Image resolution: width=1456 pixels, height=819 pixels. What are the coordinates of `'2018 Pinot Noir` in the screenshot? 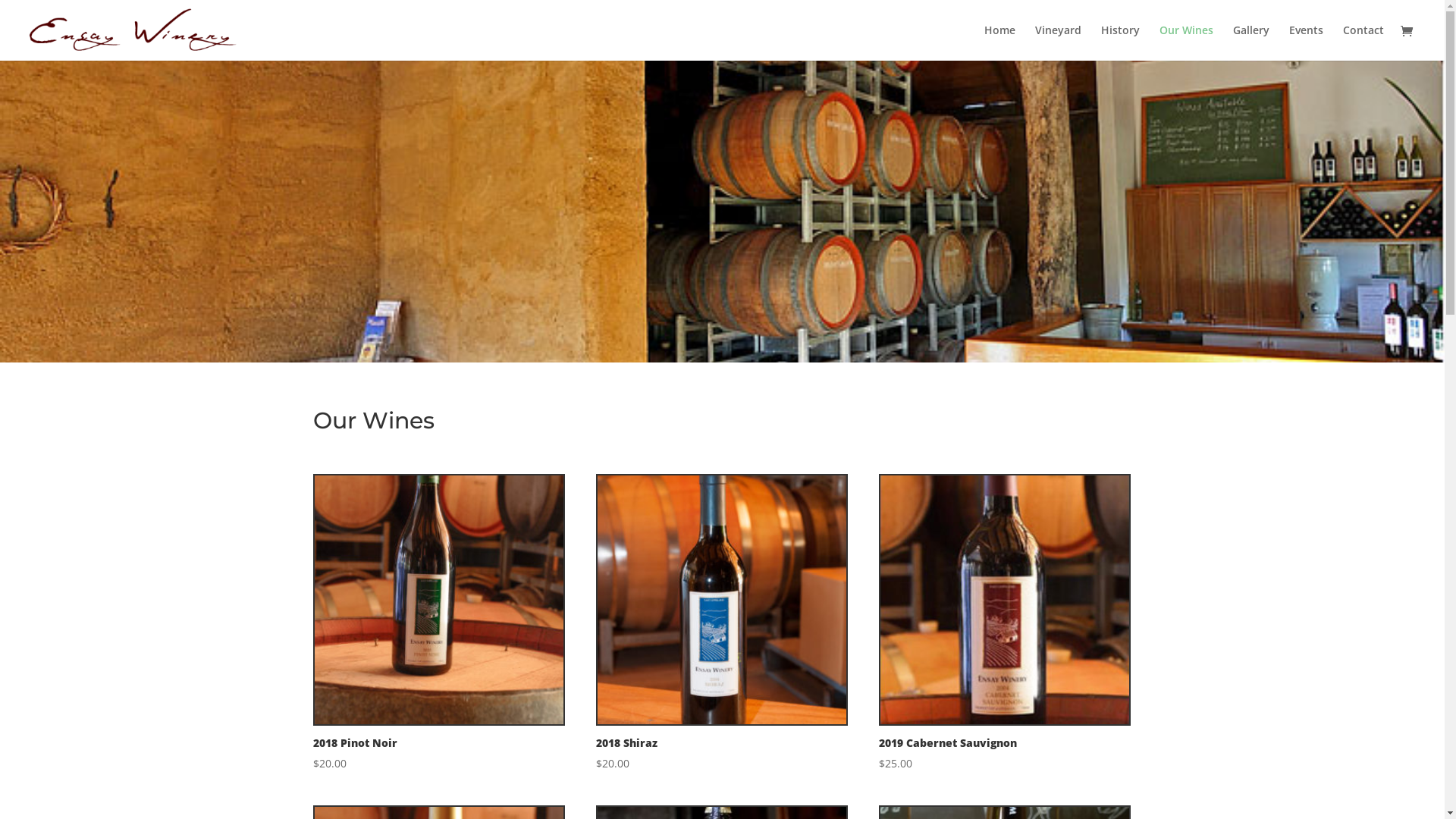 It's located at (437, 623).